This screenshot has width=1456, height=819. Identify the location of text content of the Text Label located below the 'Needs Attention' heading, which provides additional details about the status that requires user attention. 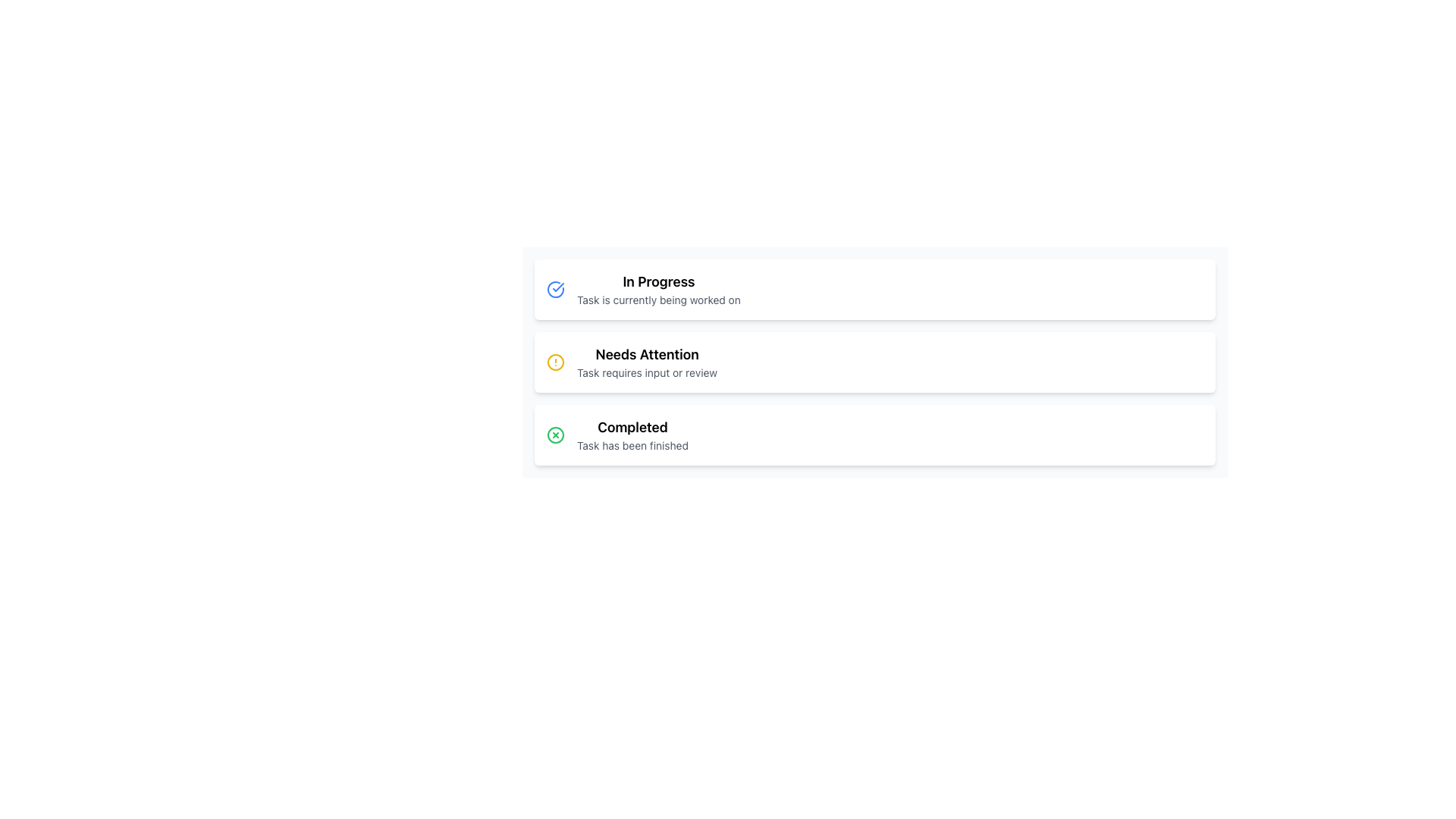
(647, 373).